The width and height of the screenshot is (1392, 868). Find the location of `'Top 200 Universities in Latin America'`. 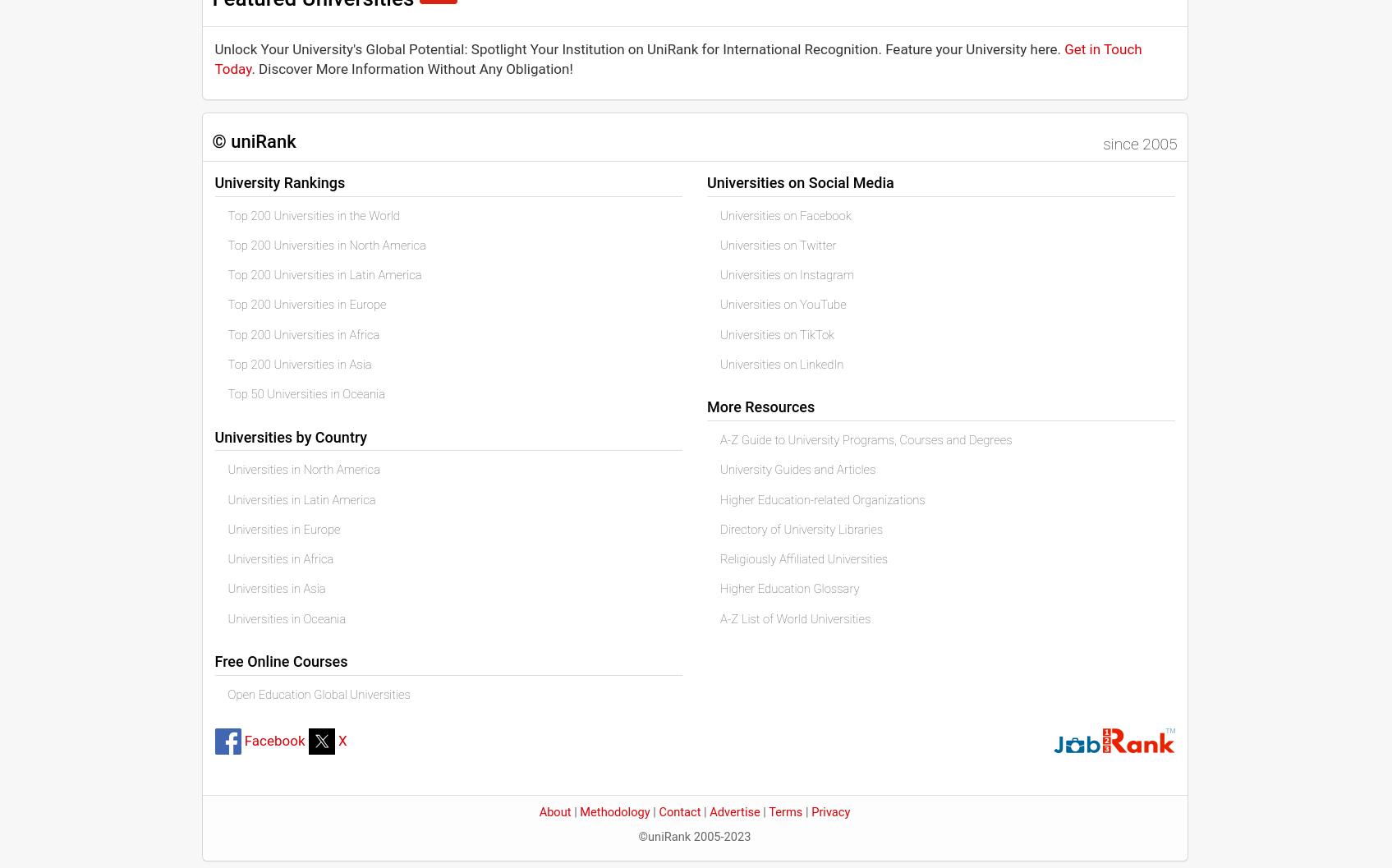

'Top 200 Universities in Latin America' is located at coordinates (324, 274).